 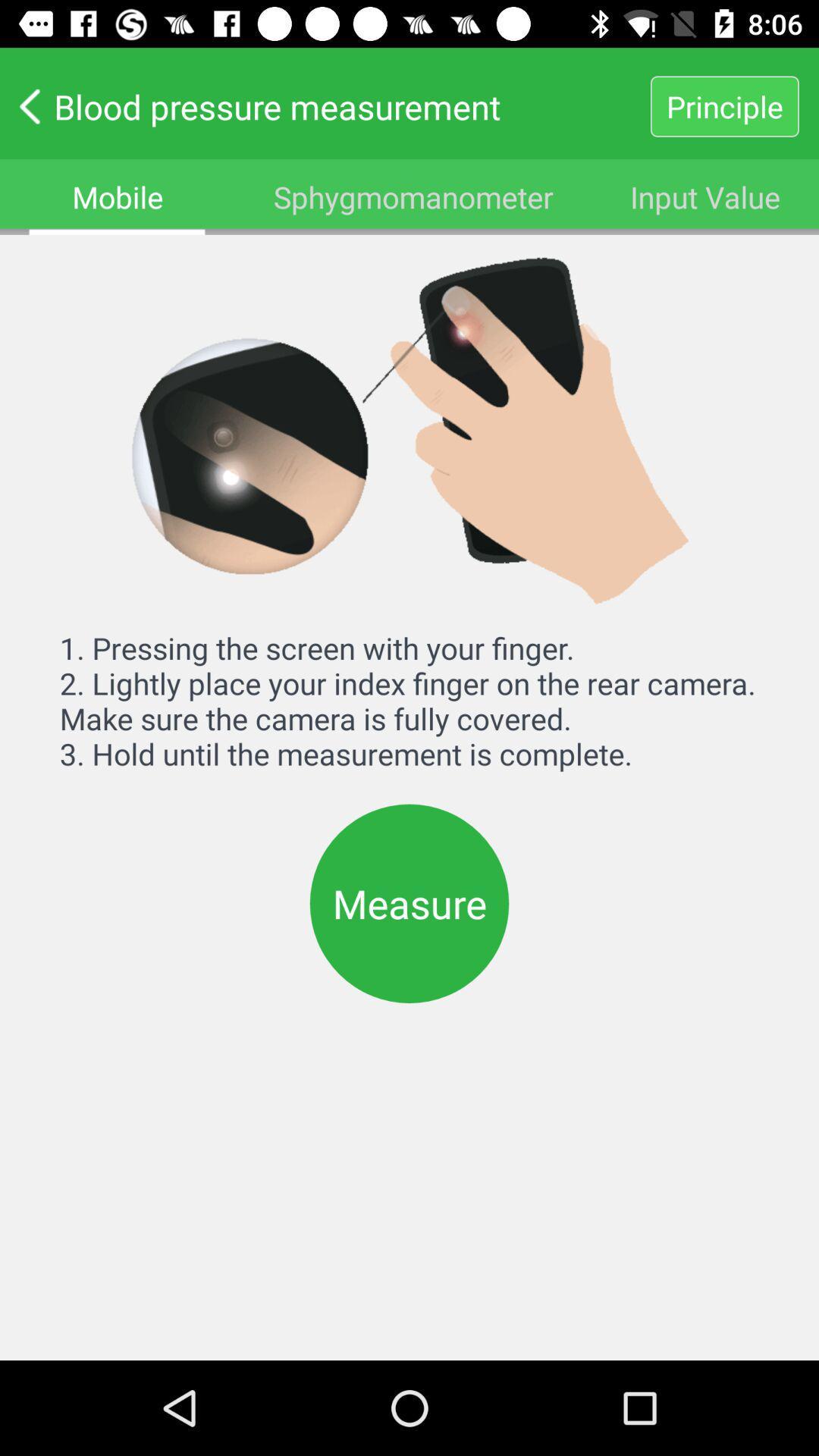 I want to click on item above input value icon, so click(x=723, y=105).